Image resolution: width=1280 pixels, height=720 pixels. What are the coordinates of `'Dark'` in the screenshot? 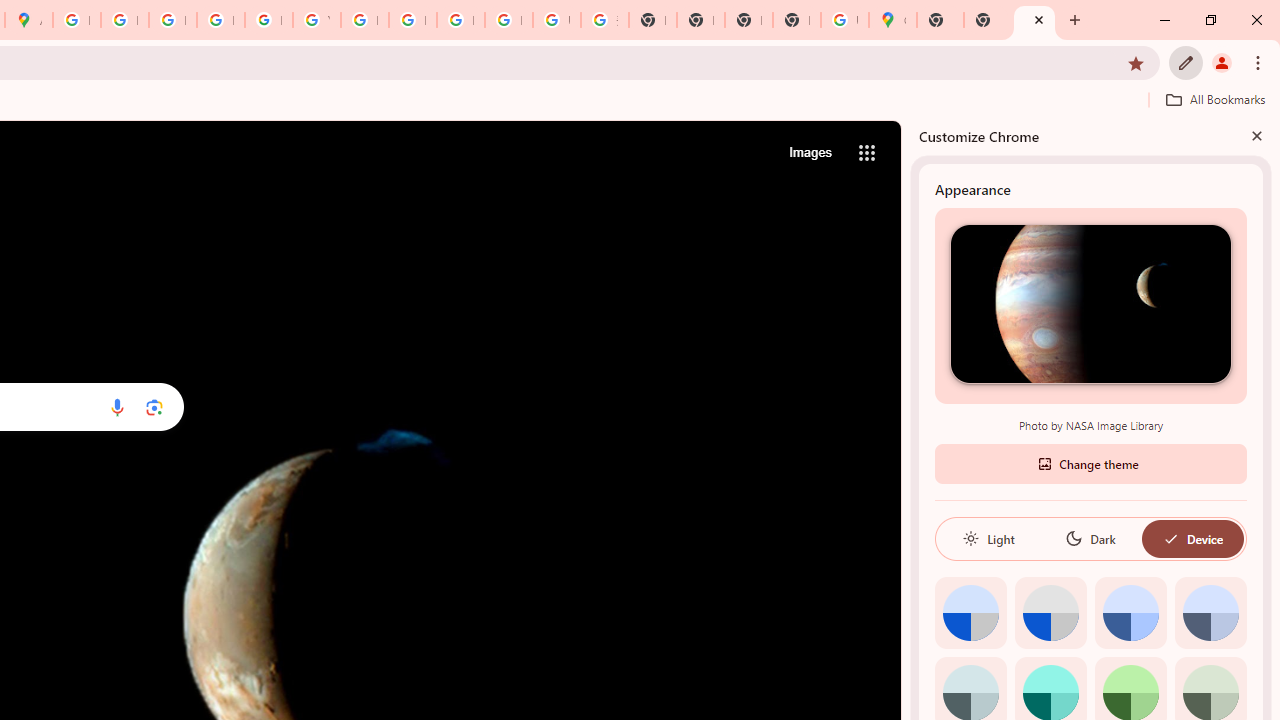 It's located at (1089, 537).